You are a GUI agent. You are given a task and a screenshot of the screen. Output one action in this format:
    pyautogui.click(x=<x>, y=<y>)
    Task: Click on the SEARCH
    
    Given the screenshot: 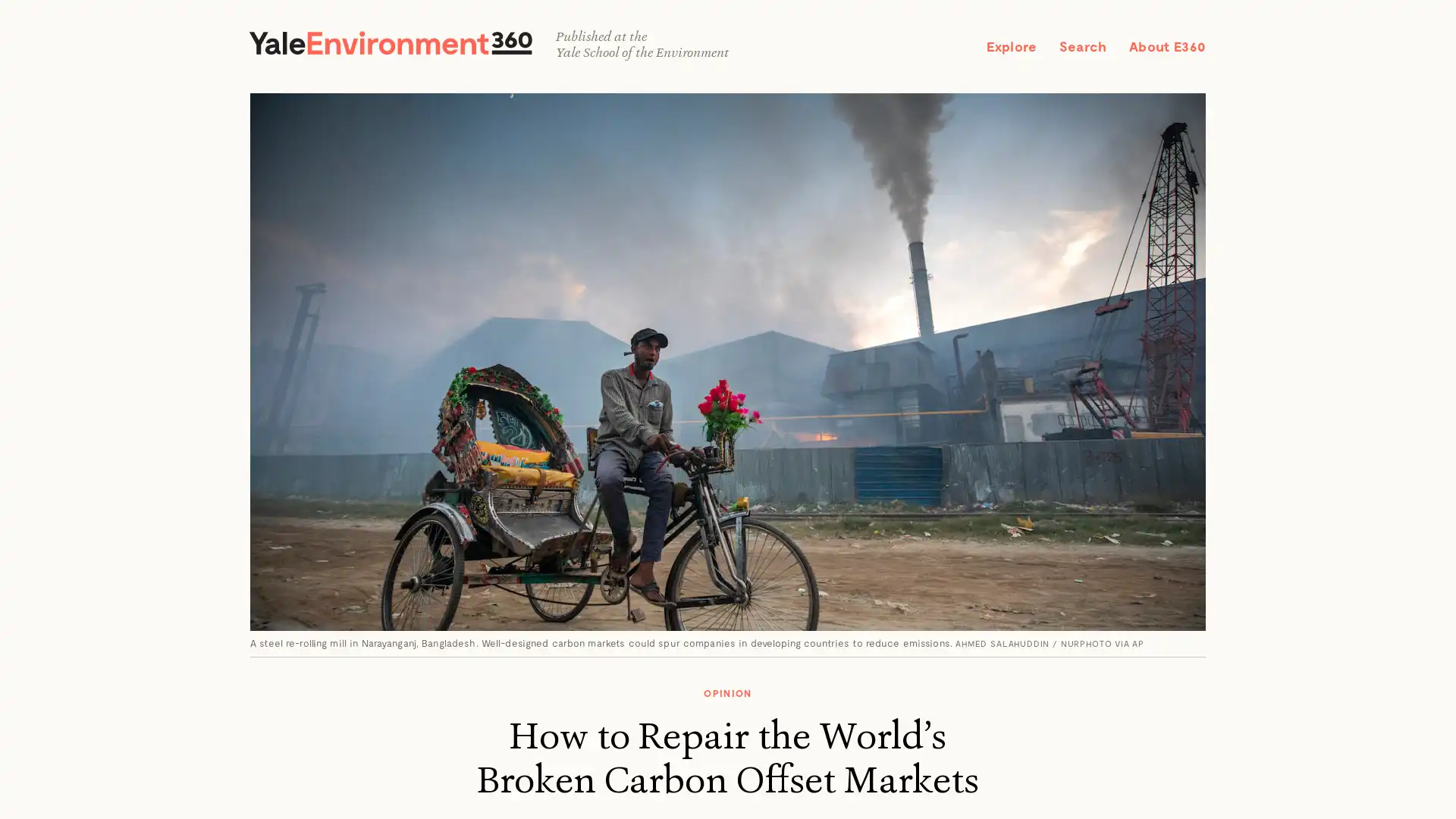 What is the action you would take?
    pyautogui.click(x=1169, y=34)
    